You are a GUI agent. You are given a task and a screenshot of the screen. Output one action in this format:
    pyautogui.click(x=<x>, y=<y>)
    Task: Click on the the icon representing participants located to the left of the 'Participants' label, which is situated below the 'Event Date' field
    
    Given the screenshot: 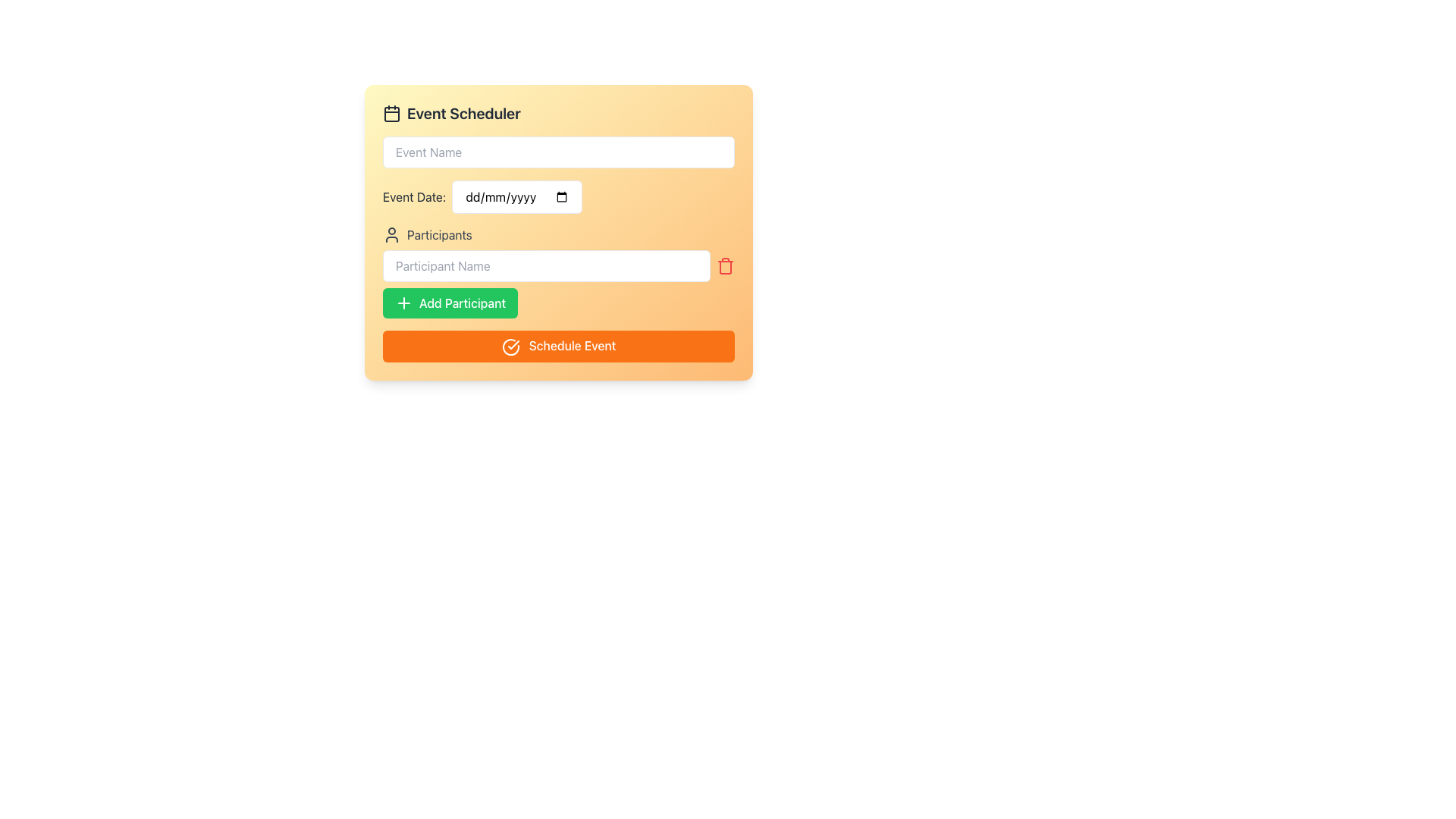 What is the action you would take?
    pyautogui.click(x=392, y=234)
    